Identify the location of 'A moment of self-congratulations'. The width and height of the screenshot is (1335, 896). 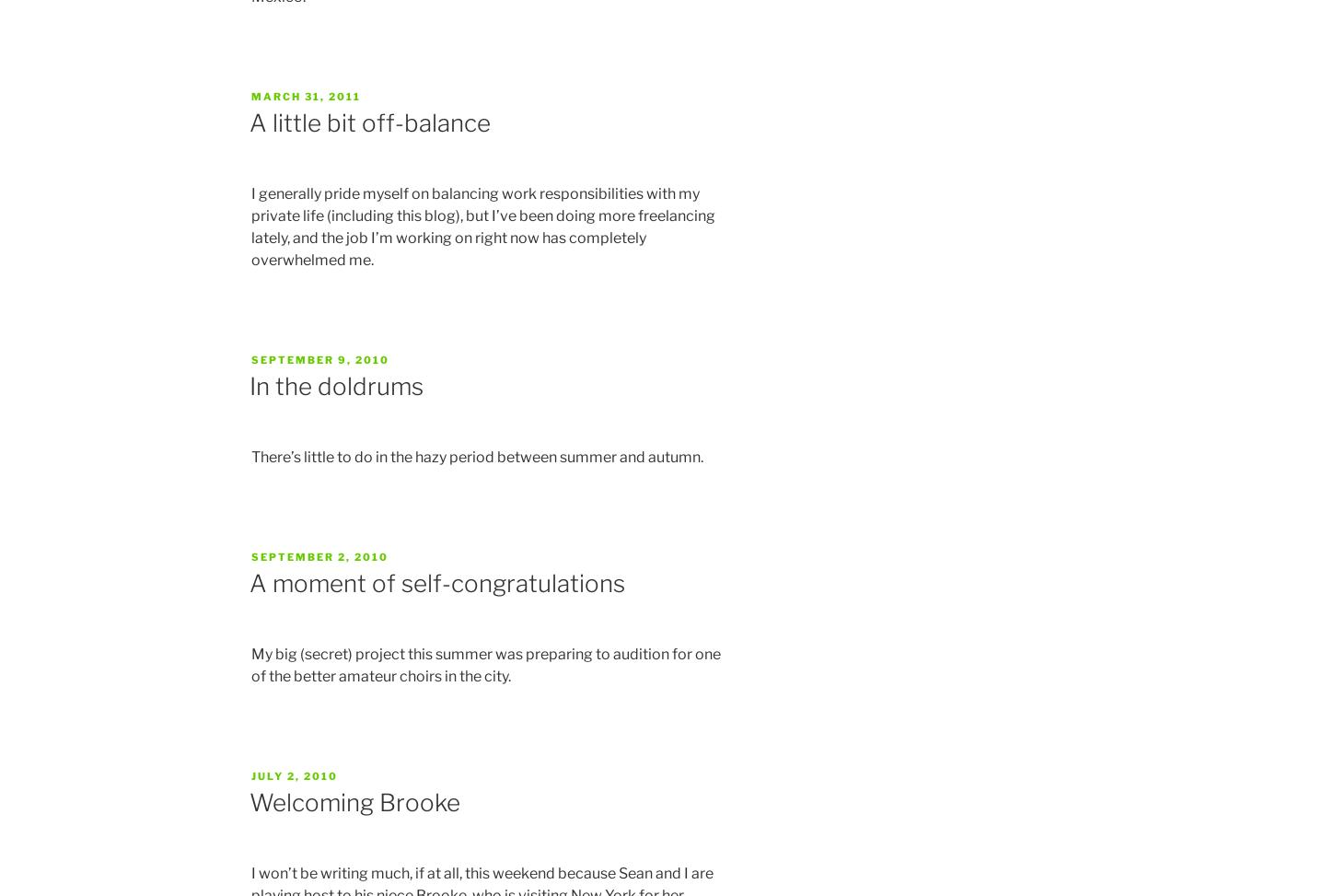
(436, 582).